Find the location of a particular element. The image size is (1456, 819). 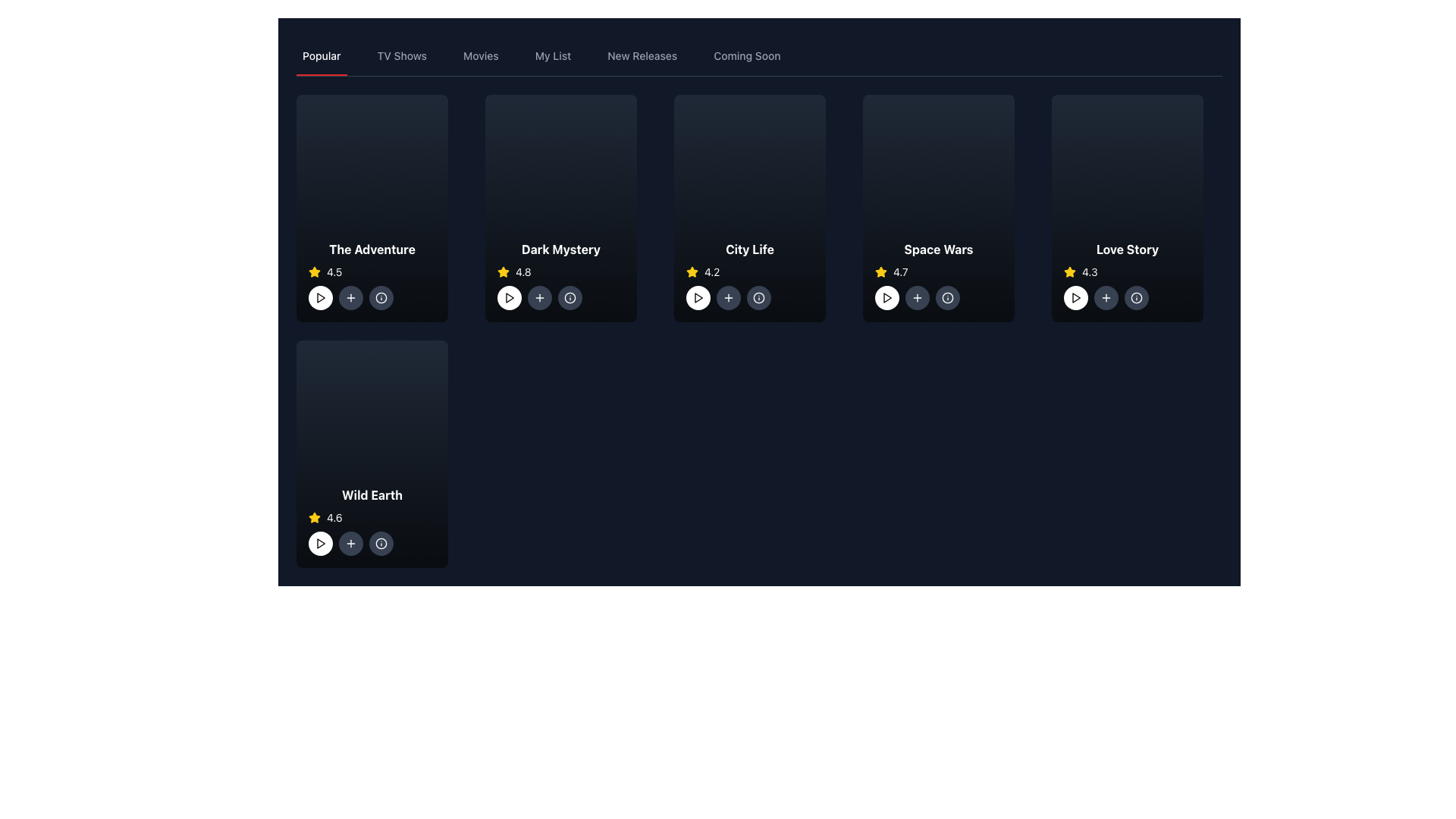

the first rating icon representing the movie 'Love Story', which visually indicates a rating of '4.3' is located at coordinates (1069, 271).